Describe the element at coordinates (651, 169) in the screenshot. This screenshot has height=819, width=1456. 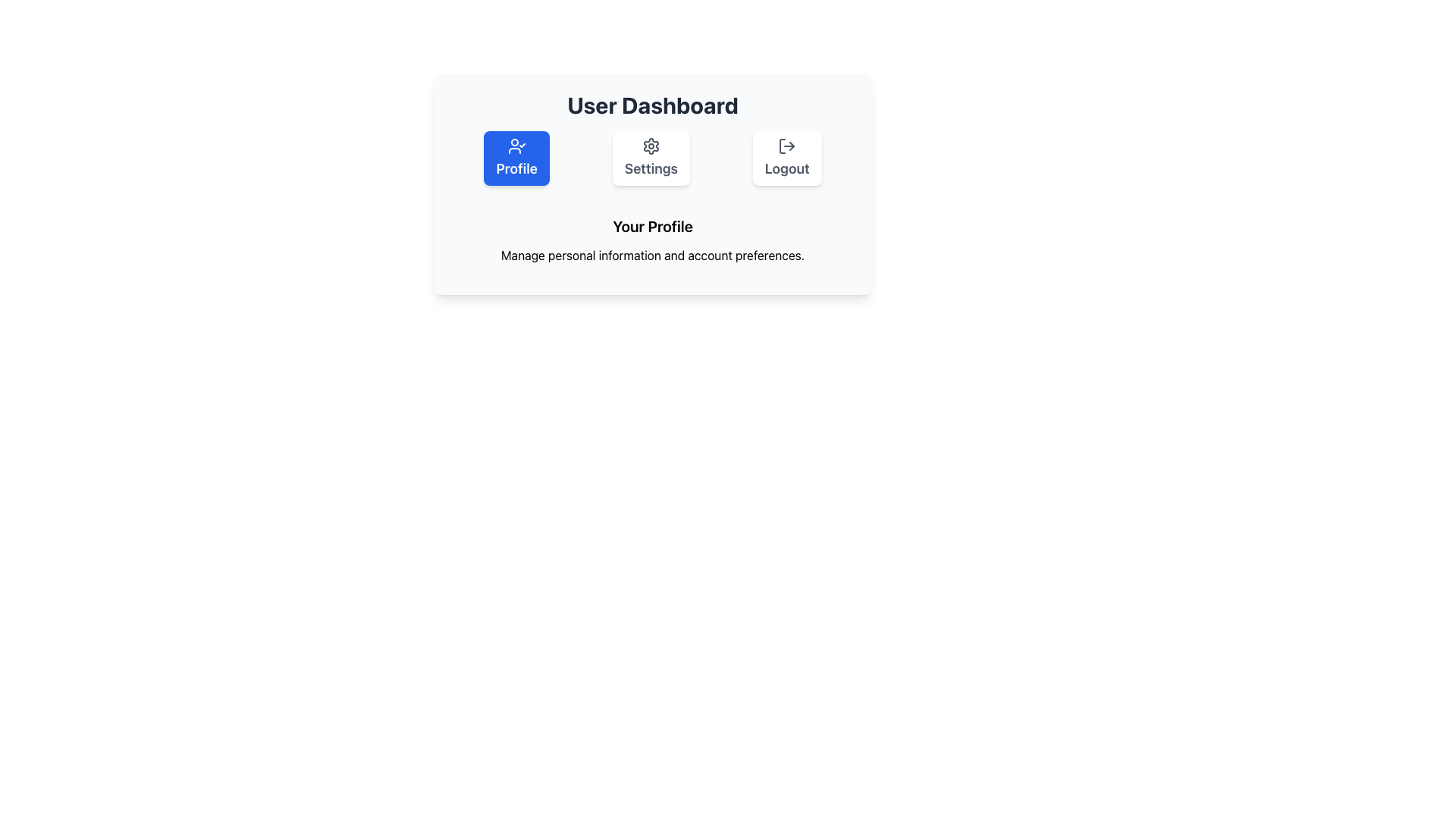
I see `the 'Settings' text label, which is located below the gear icon in the button group of the dashboard interface` at that location.